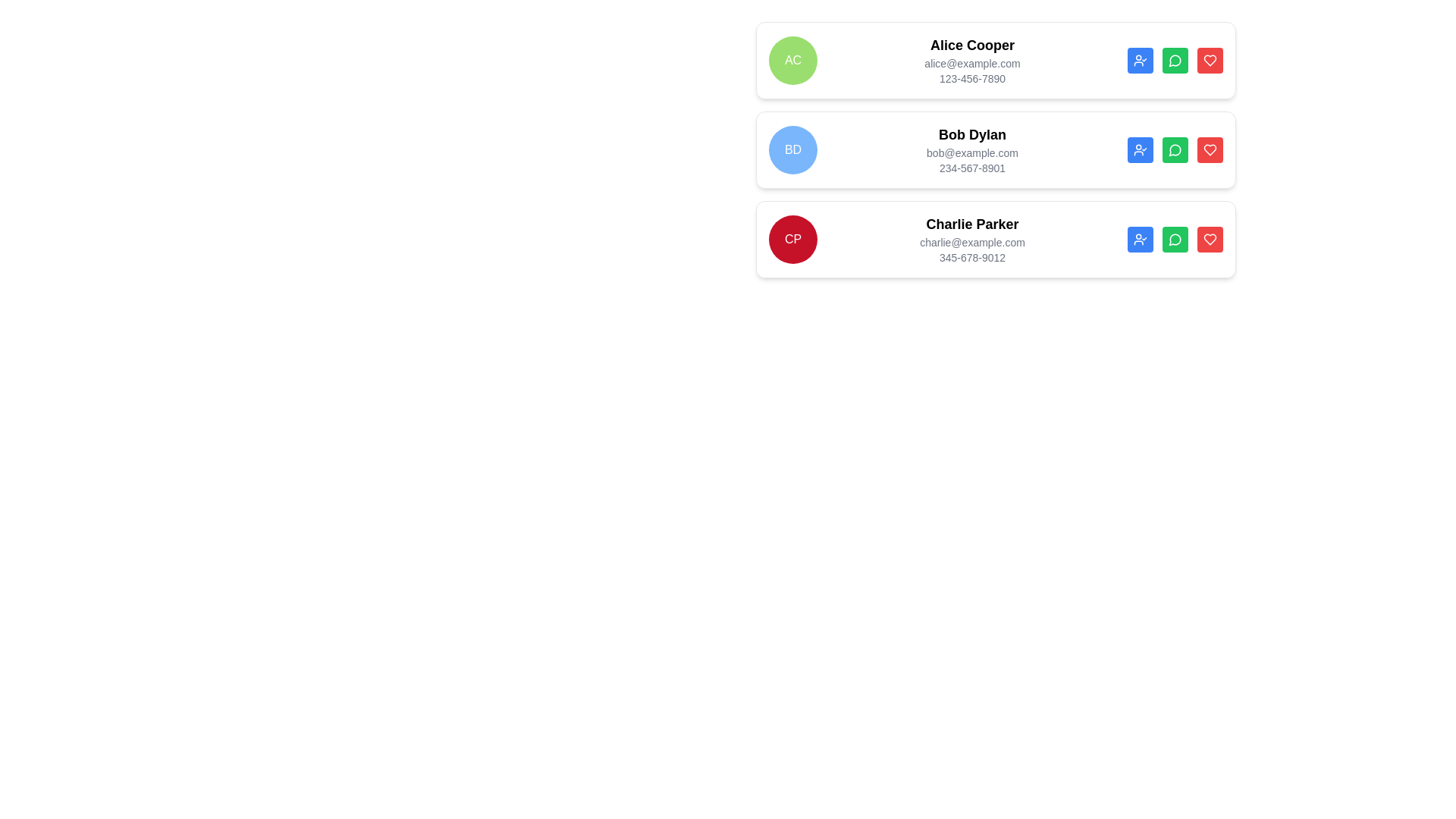 The width and height of the screenshot is (1456, 819). What do you see at coordinates (1175, 149) in the screenshot?
I see `the green rounded button with a white speech bubble icon, located at the center of the row of buttons associated with 'Bob Dylan's' contact card` at bounding box center [1175, 149].